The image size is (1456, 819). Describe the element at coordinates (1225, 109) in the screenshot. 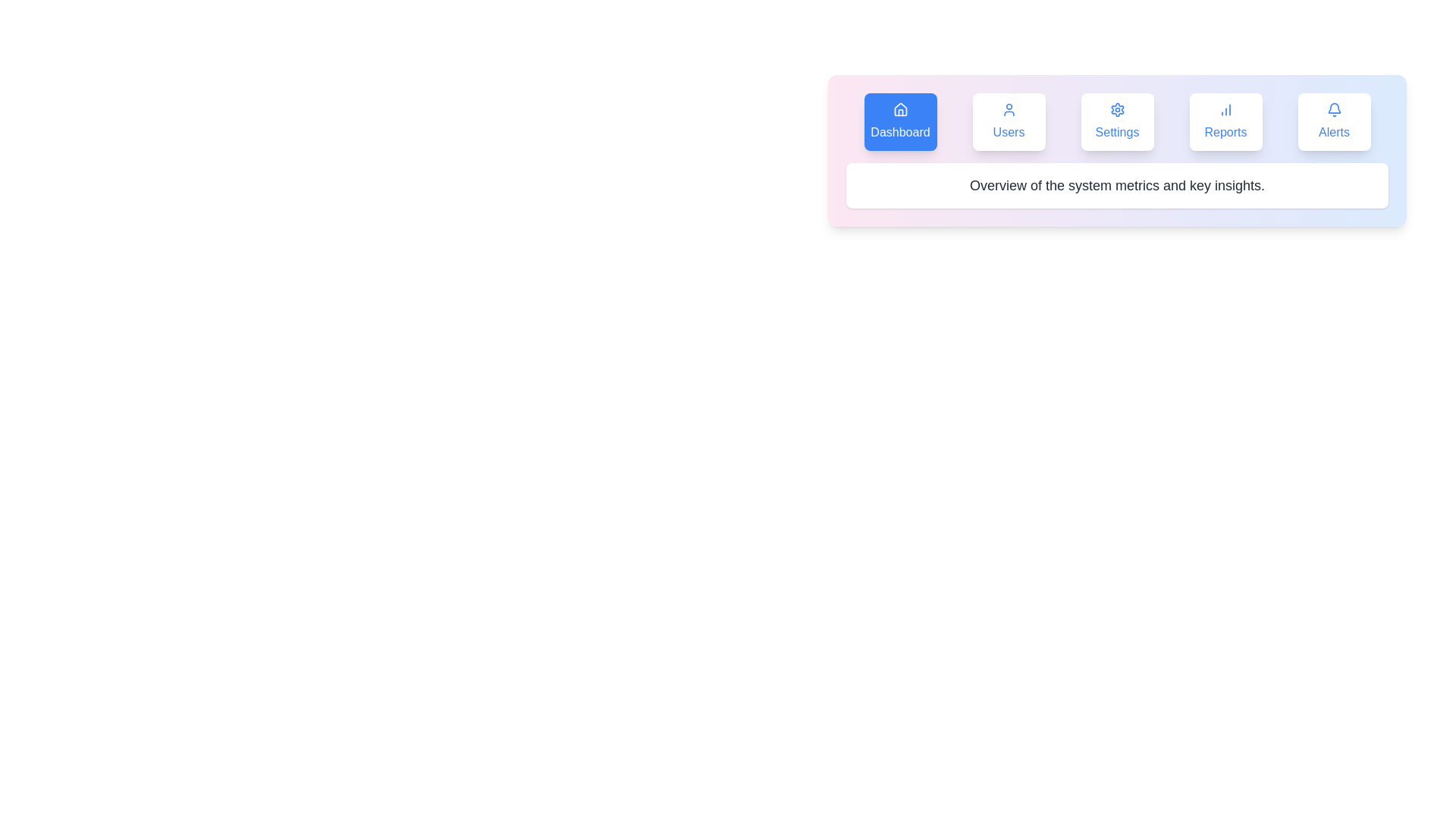

I see `the column chart icon located within the 'Reports' button, which is the fourth button in the navigation bar, featuring three vertical bars of increasing height outlined in blue` at that location.